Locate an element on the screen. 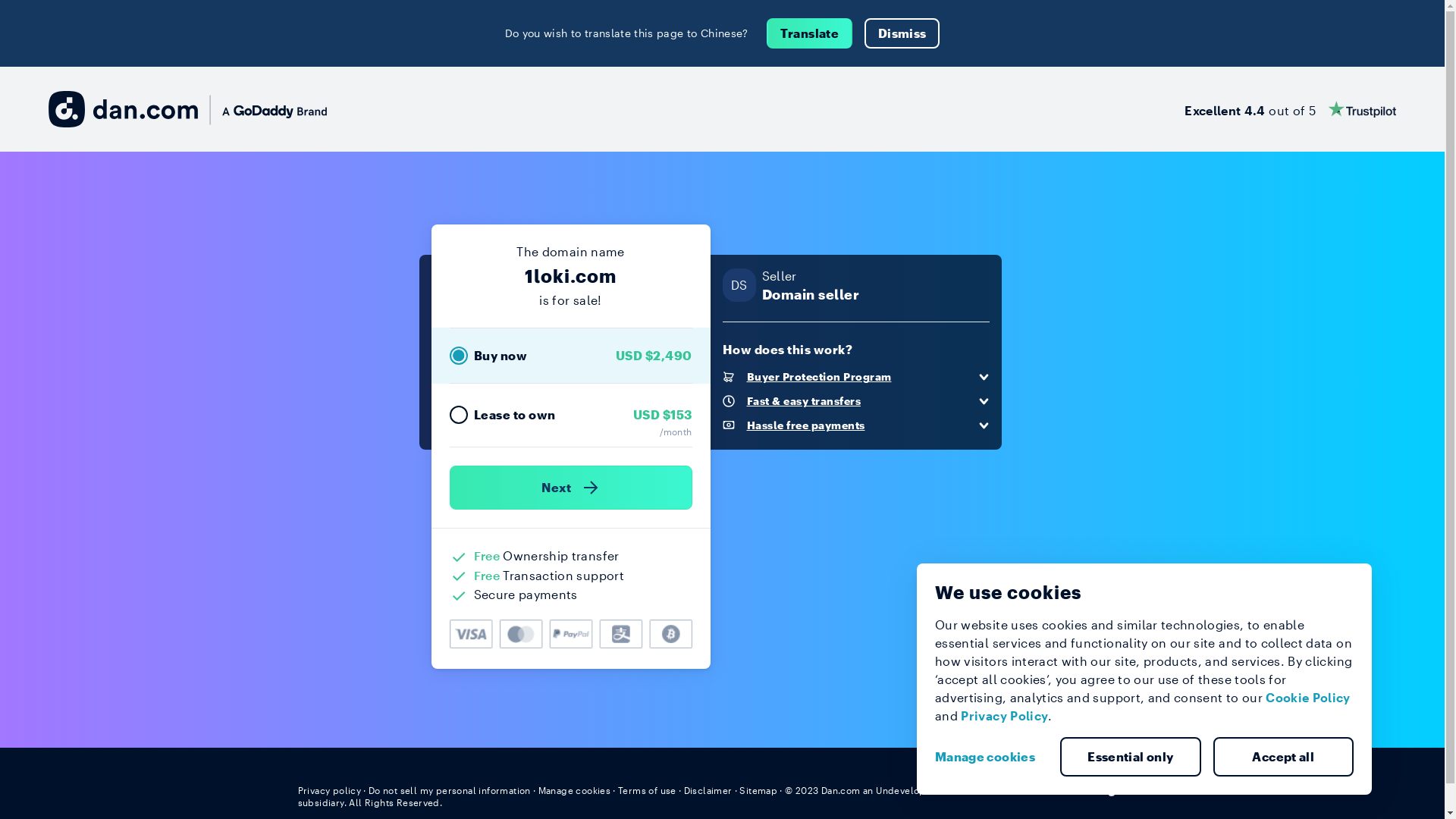 This screenshot has width=1456, height=819. 'Do not sell my personal information' is located at coordinates (449, 789).